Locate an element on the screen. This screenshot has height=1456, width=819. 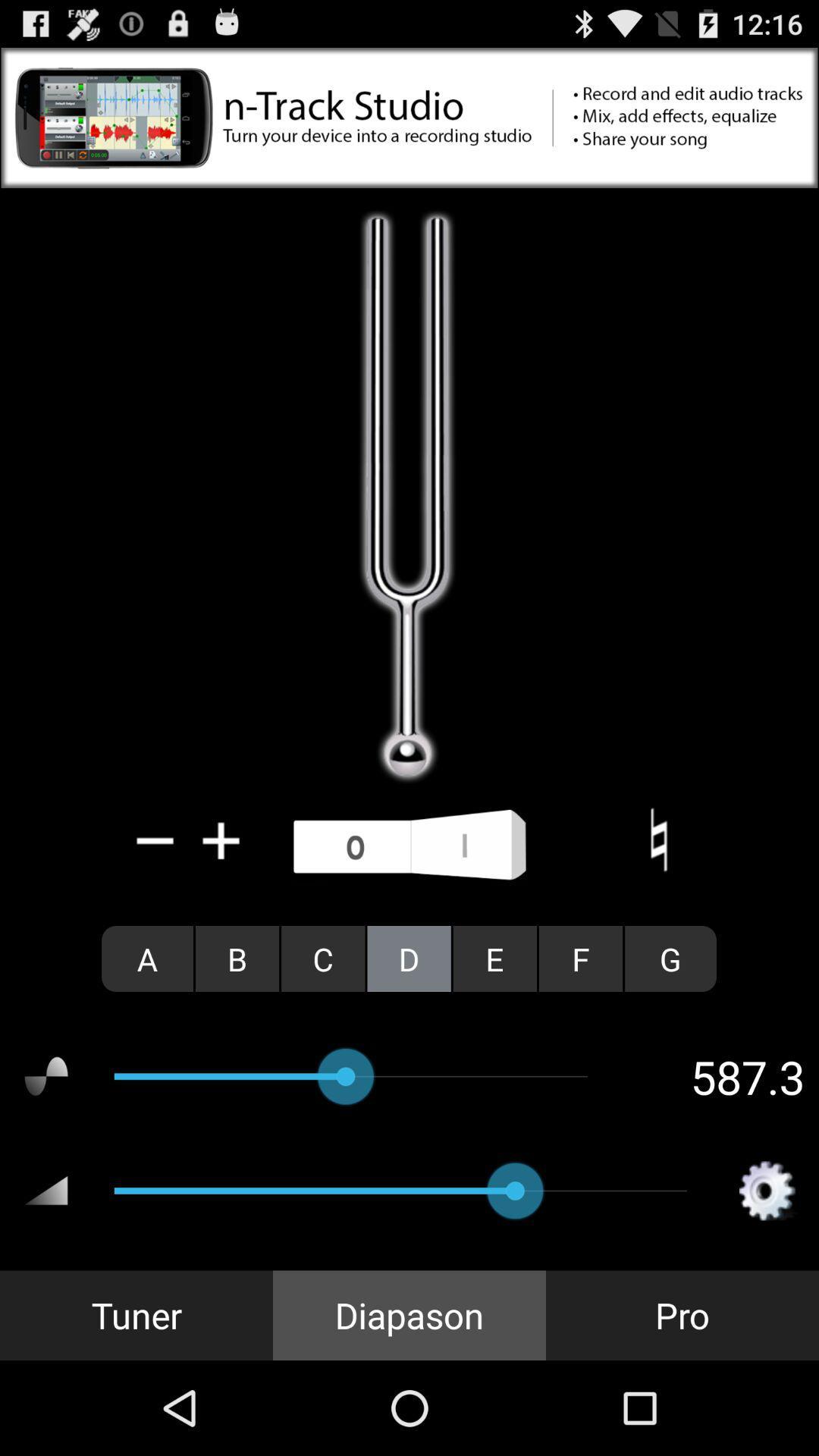
the radio button to the left of the g radio button is located at coordinates (580, 958).